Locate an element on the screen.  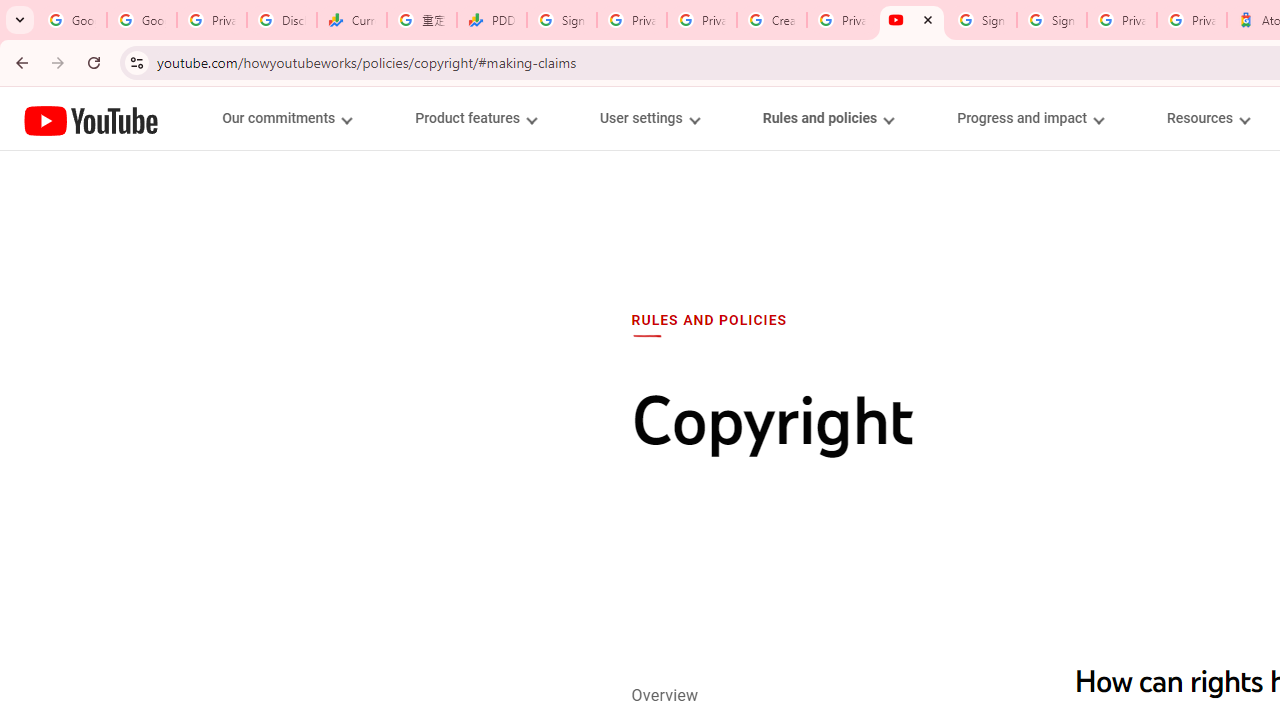
'YouTube Copyright Rules & Policies - How YouTube Works' is located at coordinates (911, 20).